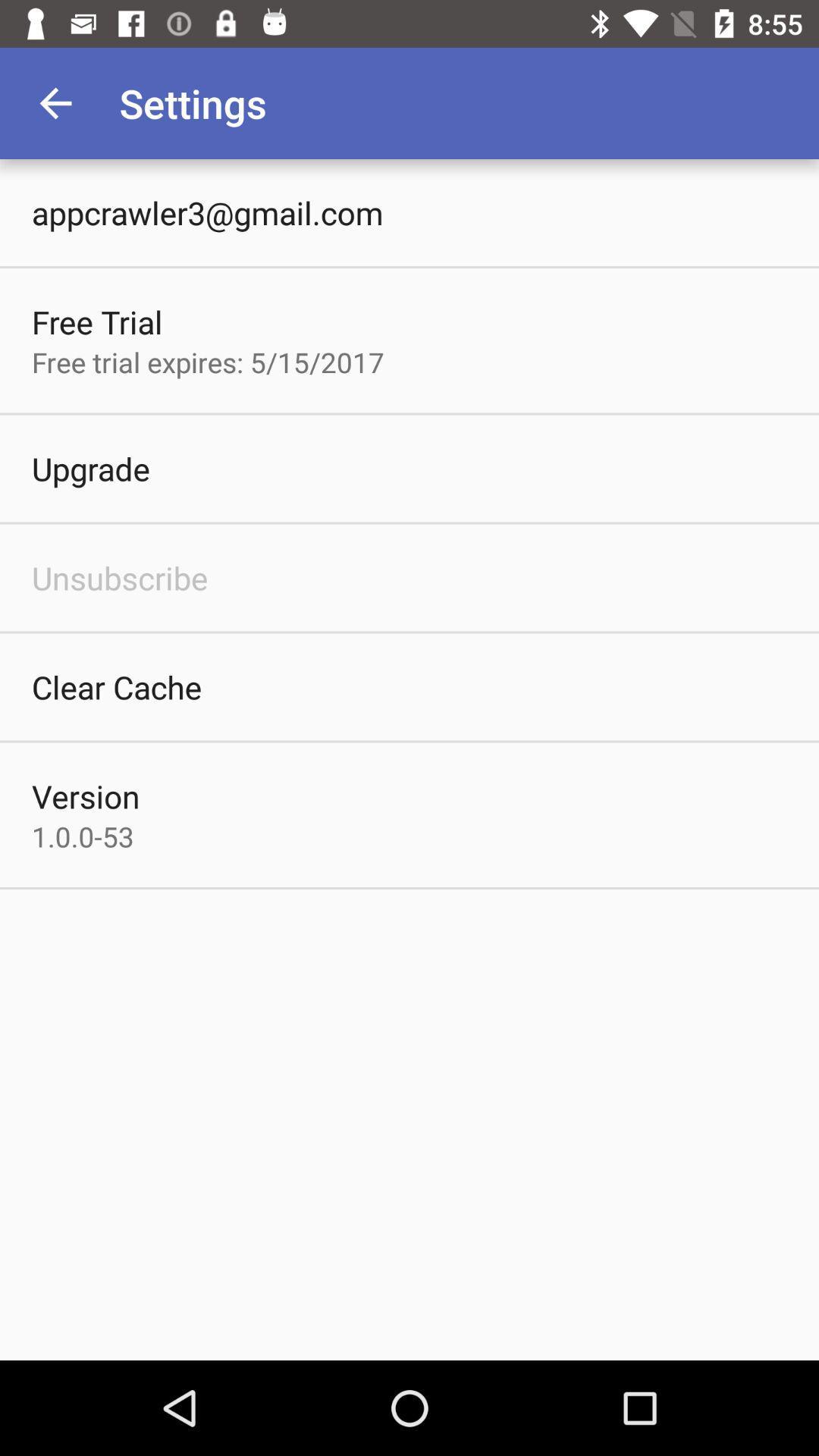 This screenshot has height=1456, width=819. Describe the element at coordinates (119, 577) in the screenshot. I see `icon above the clear cache icon` at that location.